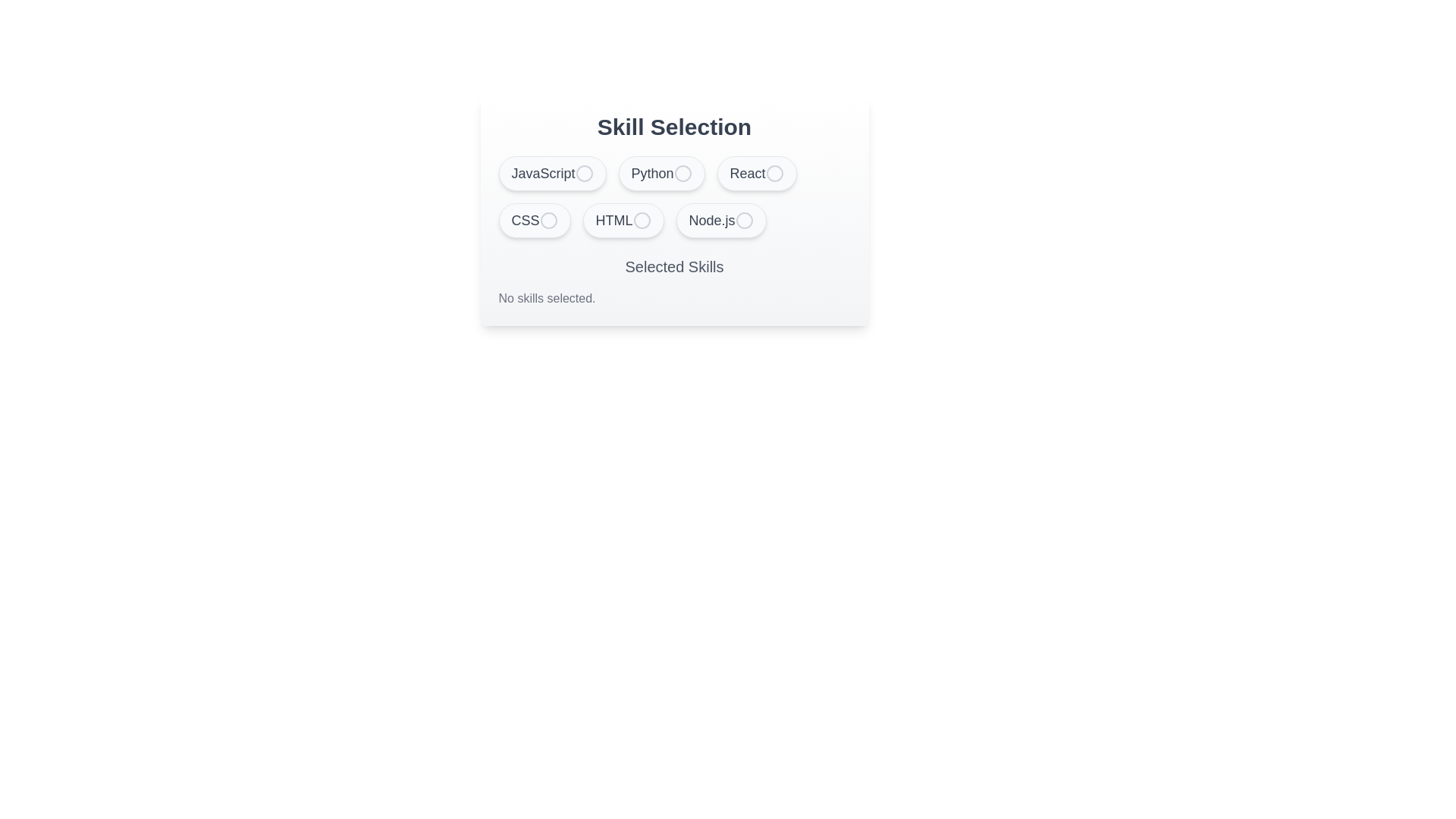 The width and height of the screenshot is (1456, 819). I want to click on the Toggle button labeled 'JavaScript', so click(551, 172).